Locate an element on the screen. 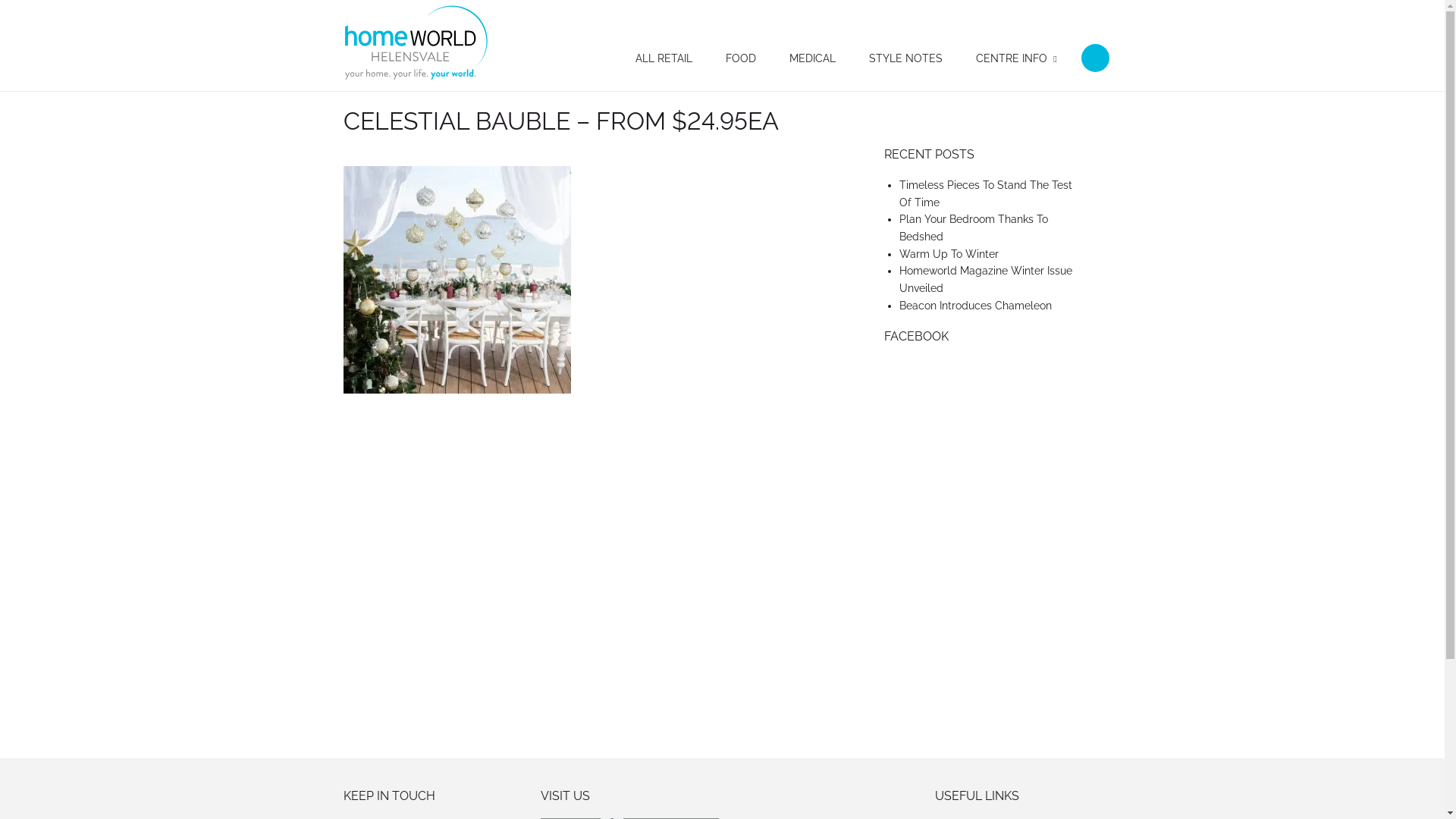 The image size is (1456, 819). 'Homeworld Magazine Winter Issue Unveiled' is located at coordinates (899, 279).